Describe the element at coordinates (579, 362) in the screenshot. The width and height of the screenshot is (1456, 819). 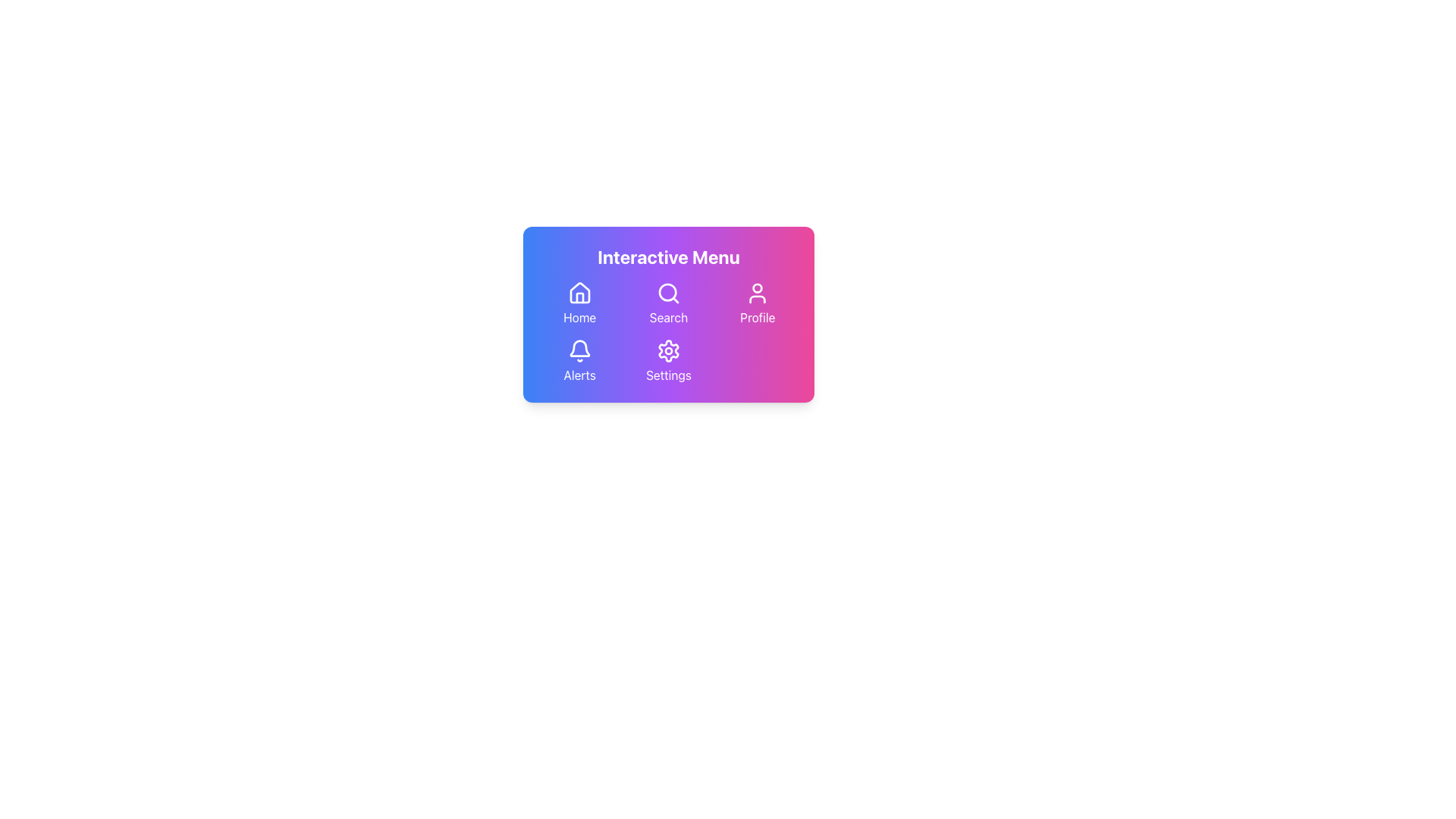
I see `the Alerts interactive menu item, which consists of a bell icon and the text 'Alerts,'` at that location.